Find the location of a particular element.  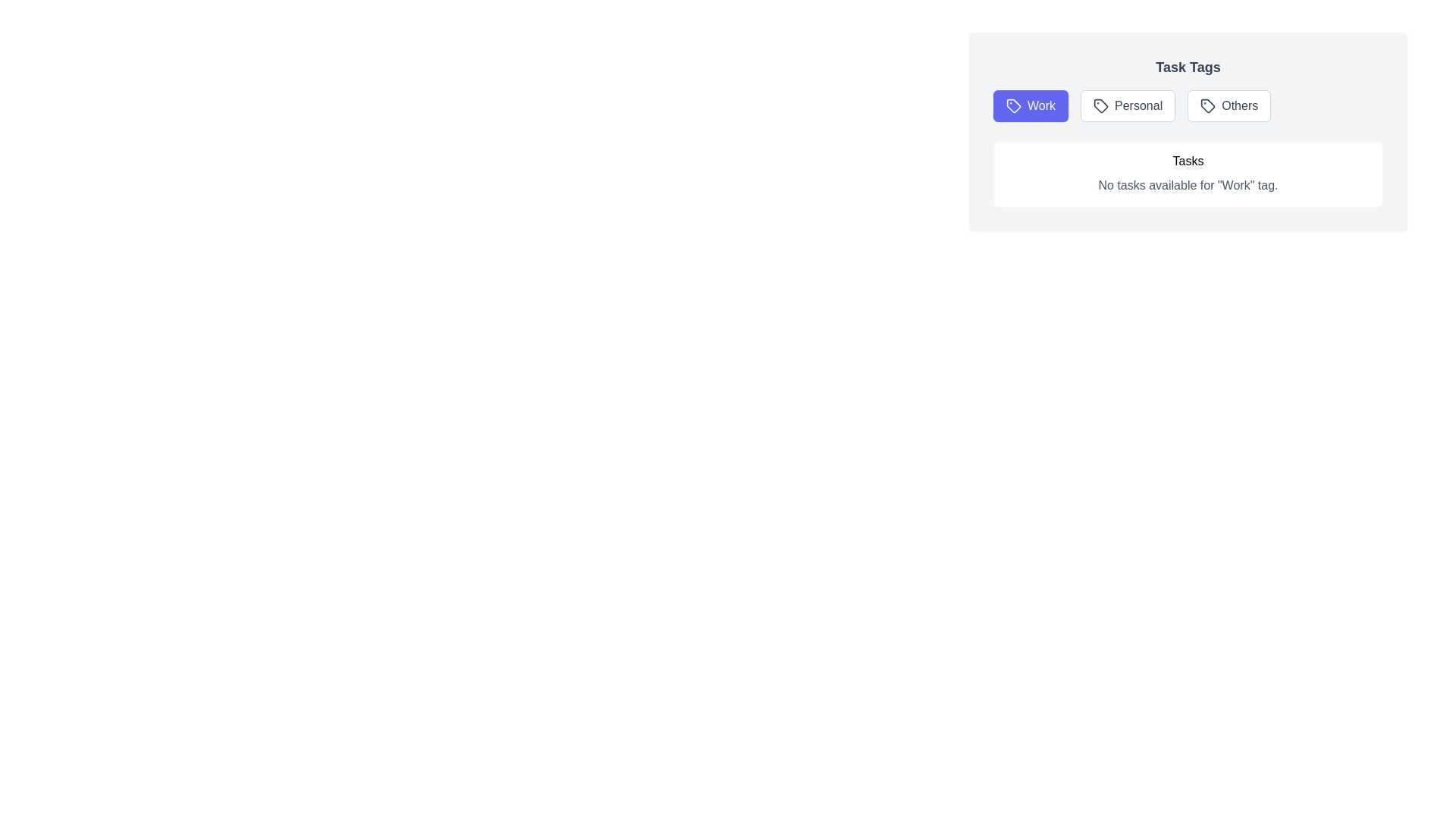

header text indicating the section related to 'Tasks', which is centrally located inside a white box with rounded corners above the message 'No tasks available for "Work" tag.' is located at coordinates (1187, 161).